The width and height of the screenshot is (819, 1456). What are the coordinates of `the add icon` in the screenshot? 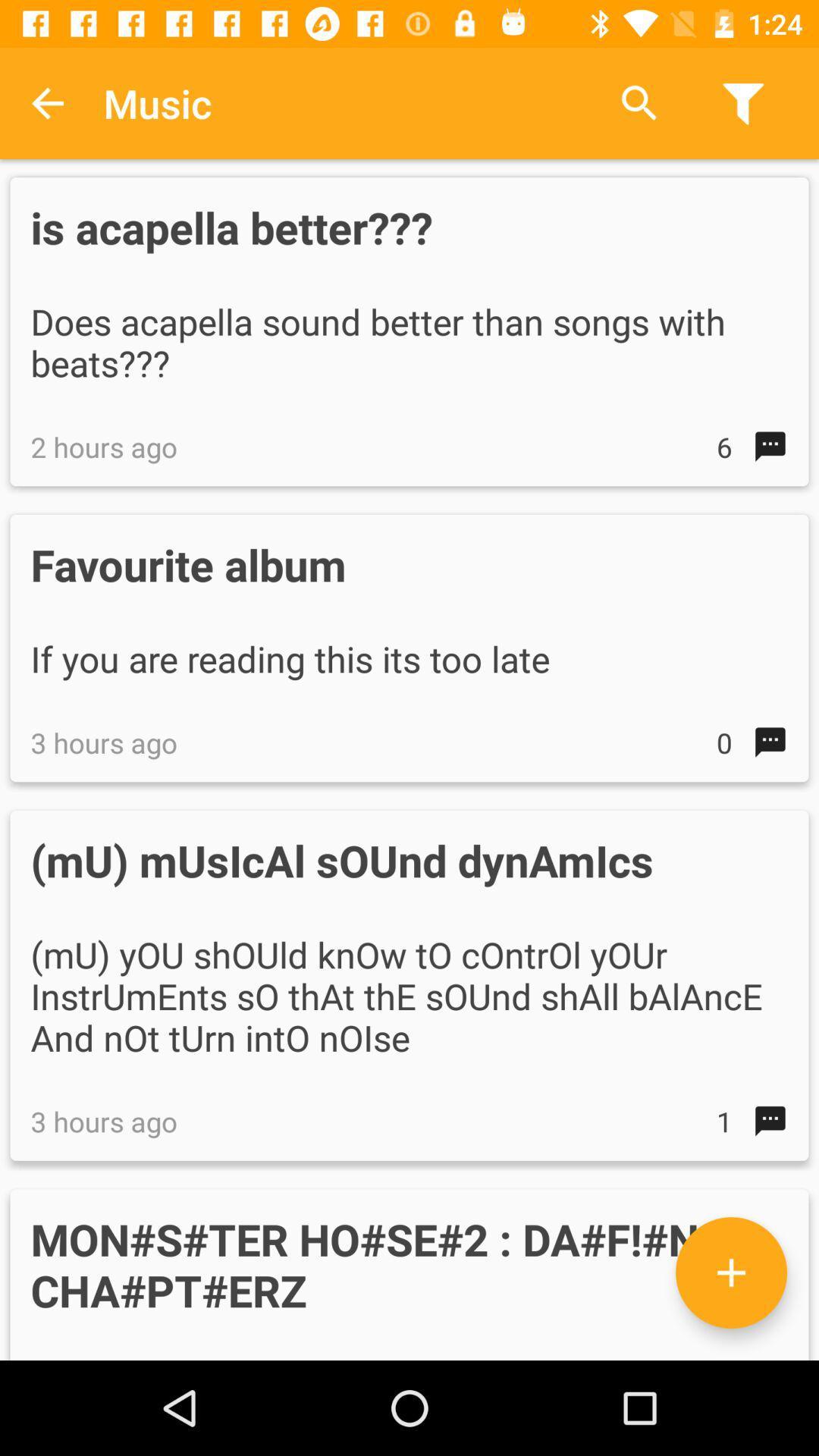 It's located at (730, 1272).